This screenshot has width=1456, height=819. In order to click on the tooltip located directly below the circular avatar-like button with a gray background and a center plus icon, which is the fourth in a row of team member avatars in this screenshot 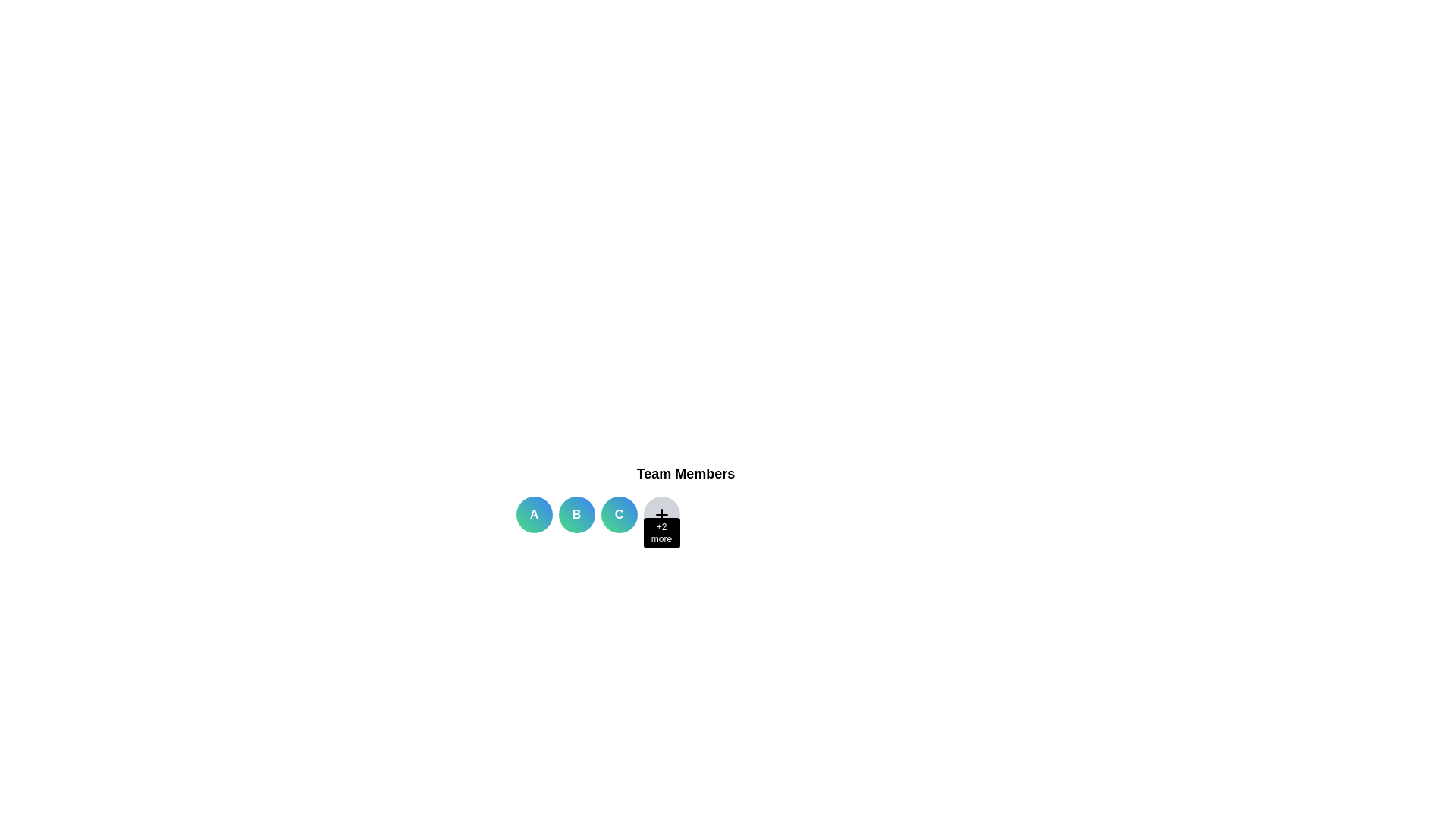, I will do `click(661, 532)`.